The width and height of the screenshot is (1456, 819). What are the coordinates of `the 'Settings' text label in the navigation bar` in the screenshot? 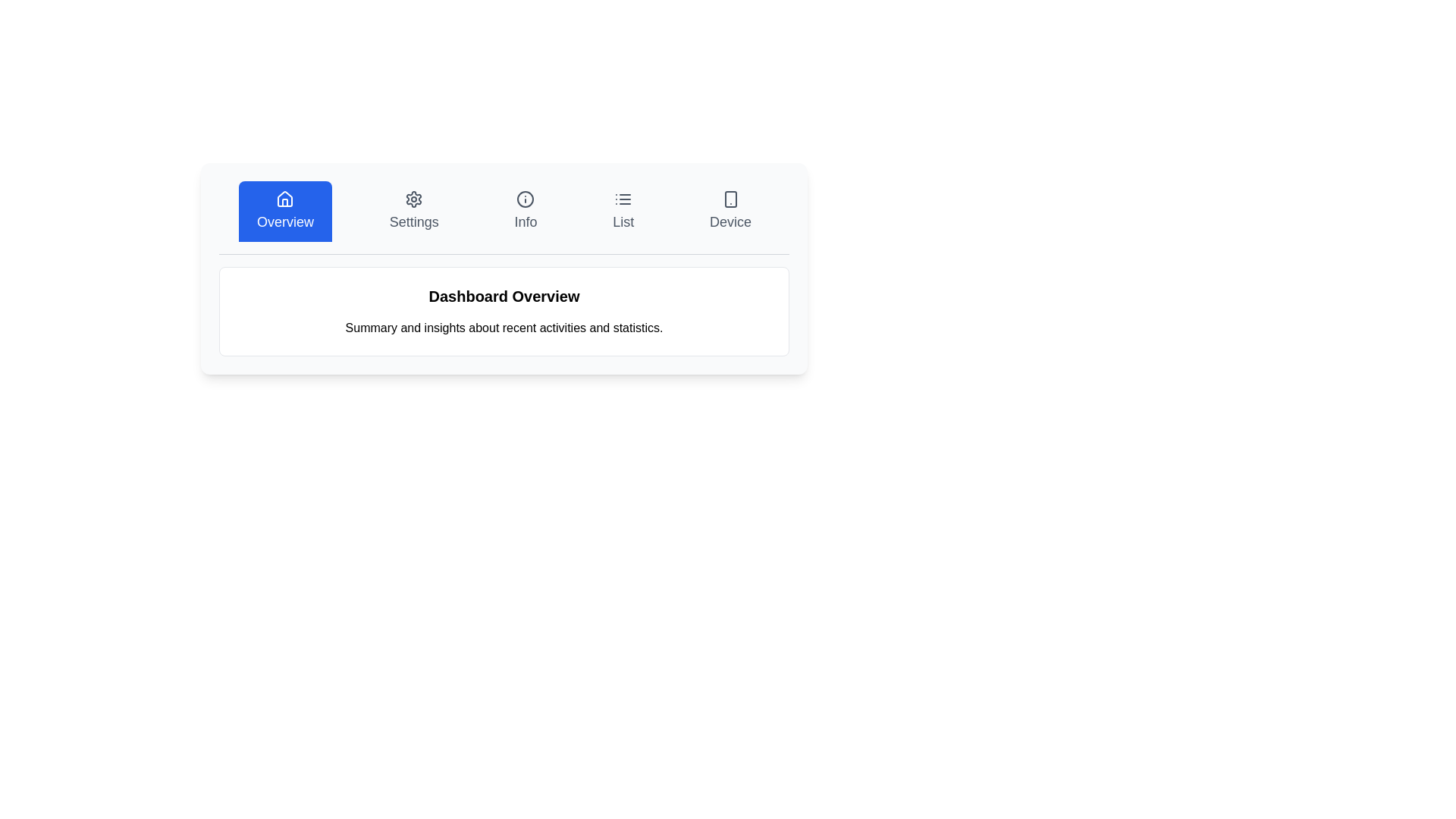 It's located at (414, 222).